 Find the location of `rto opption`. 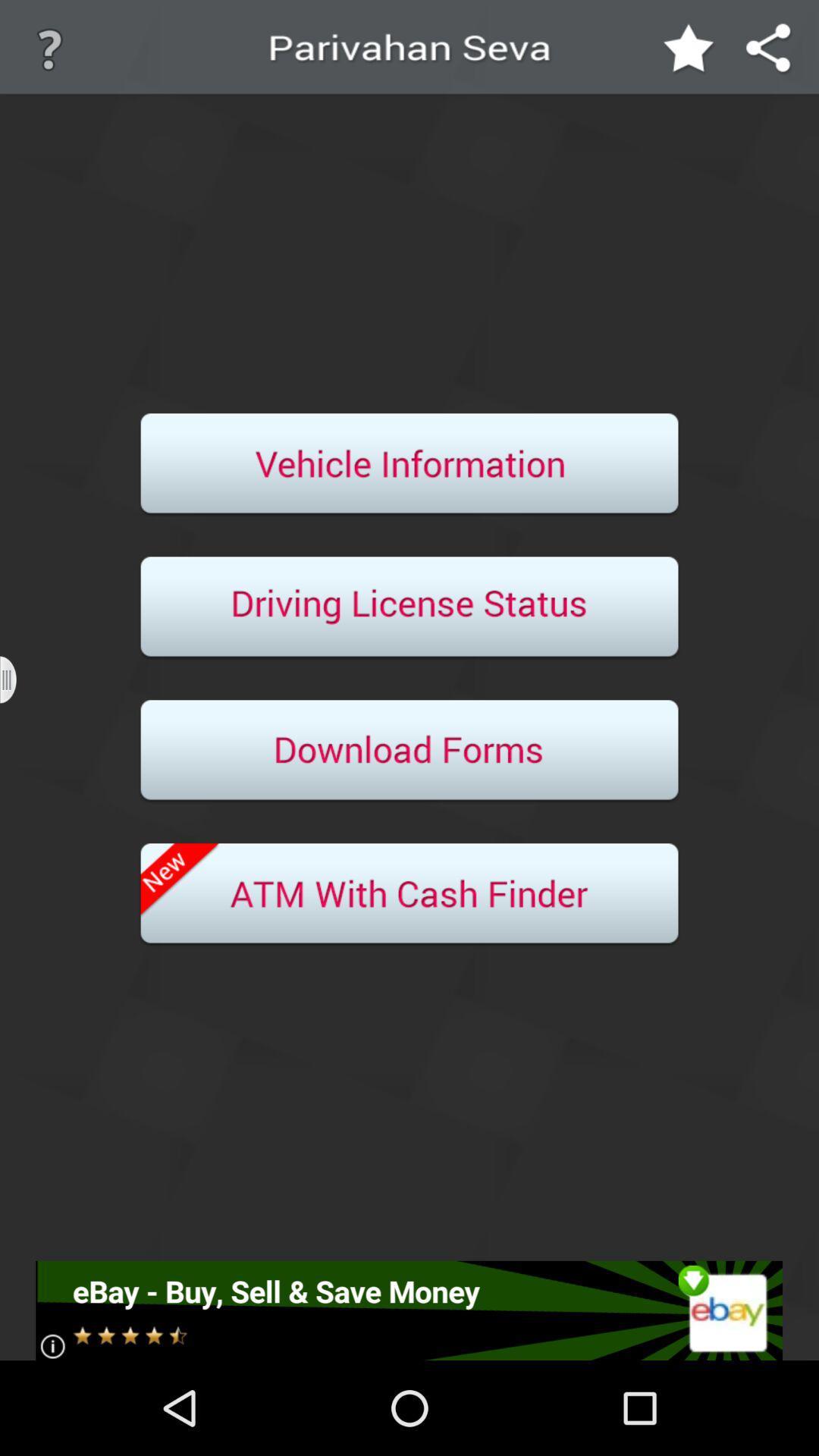

rto opption is located at coordinates (409, 464).